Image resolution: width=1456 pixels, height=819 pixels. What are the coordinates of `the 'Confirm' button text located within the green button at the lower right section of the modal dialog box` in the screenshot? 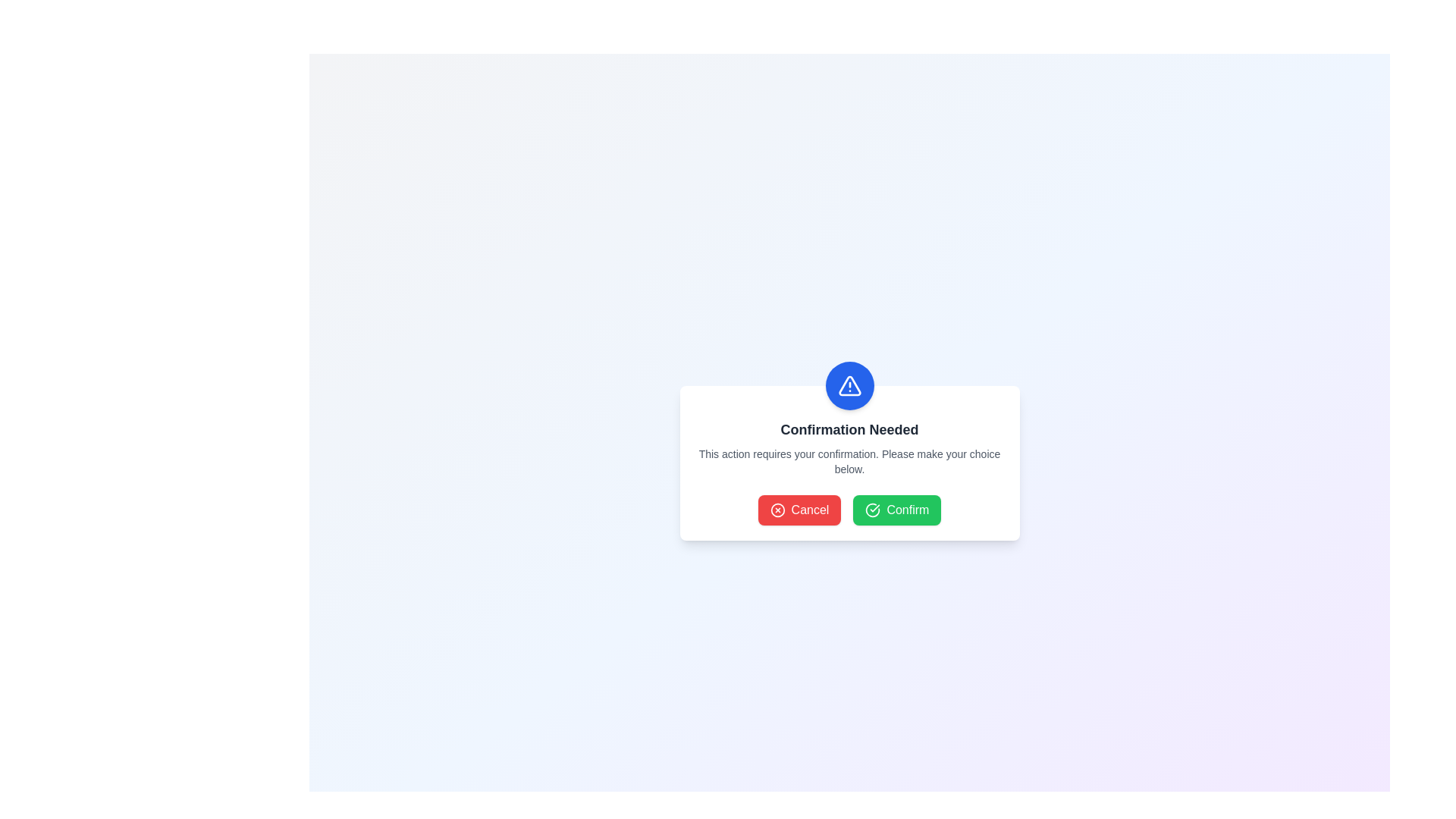 It's located at (908, 510).